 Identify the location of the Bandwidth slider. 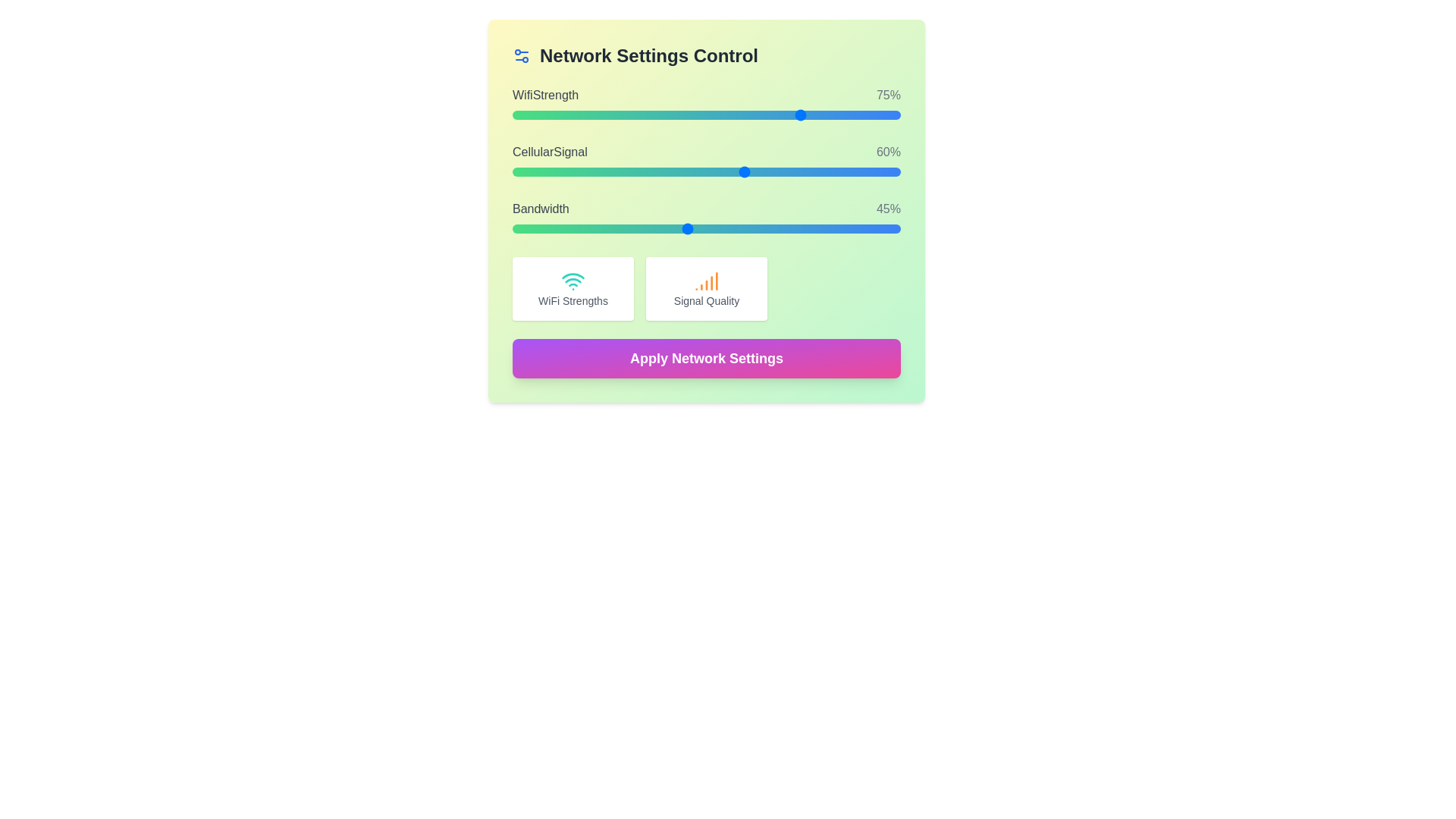
(725, 228).